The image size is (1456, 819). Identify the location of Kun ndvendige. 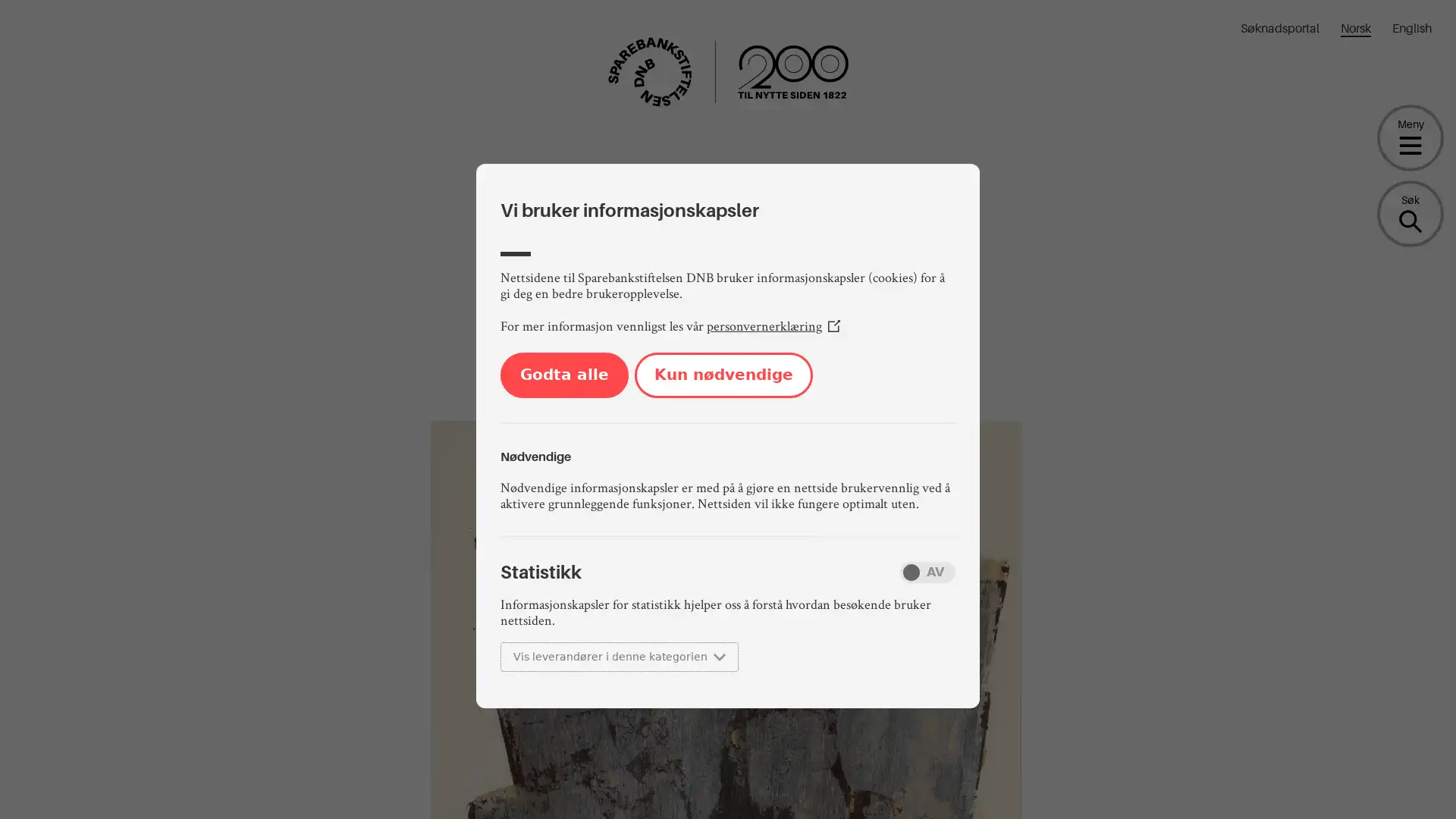
(723, 375).